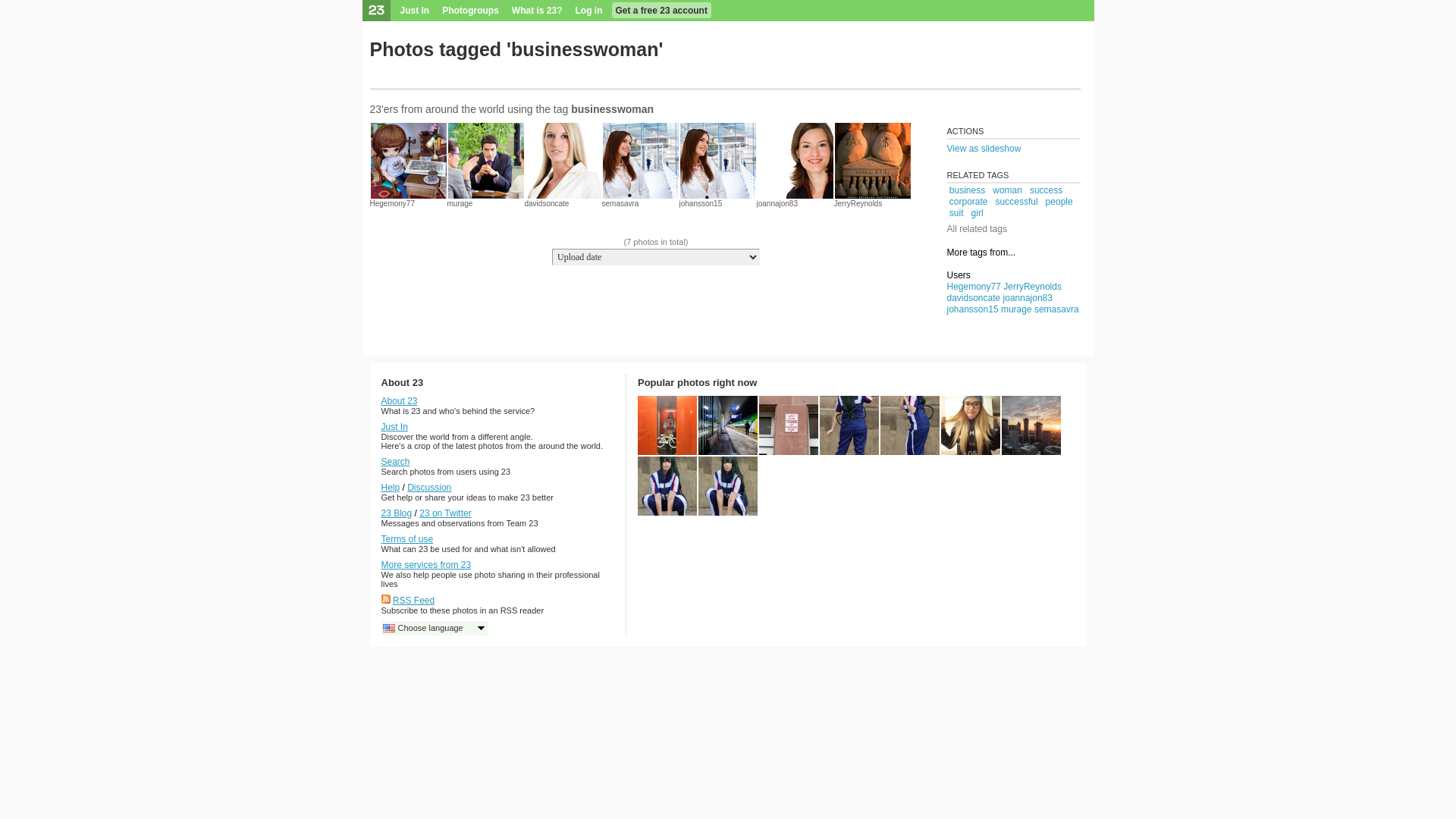 Image resolution: width=1456 pixels, height=819 pixels. Describe the element at coordinates (413, 599) in the screenshot. I see `'RSS Feed'` at that location.